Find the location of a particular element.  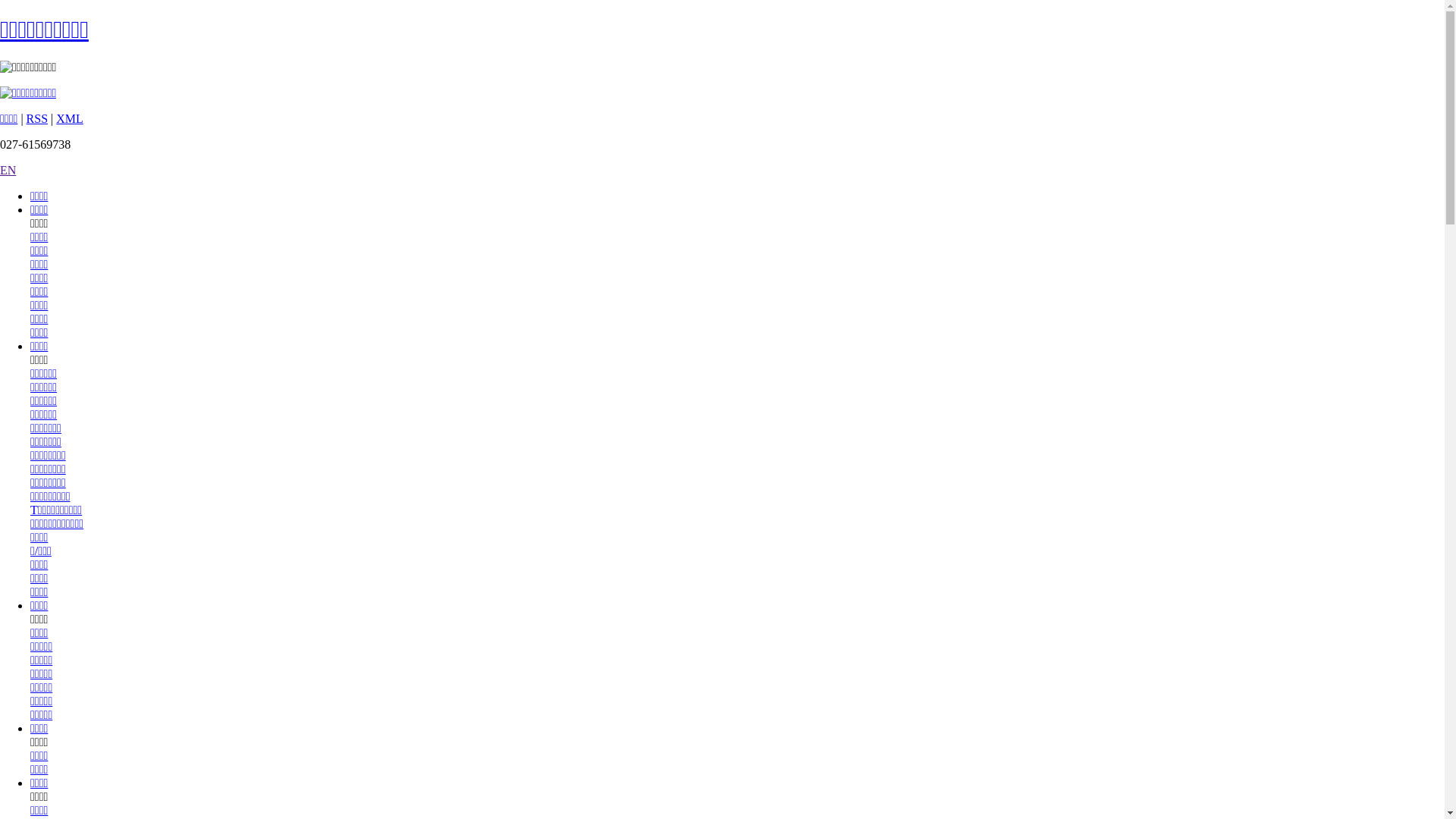

'XML' is located at coordinates (68, 118).